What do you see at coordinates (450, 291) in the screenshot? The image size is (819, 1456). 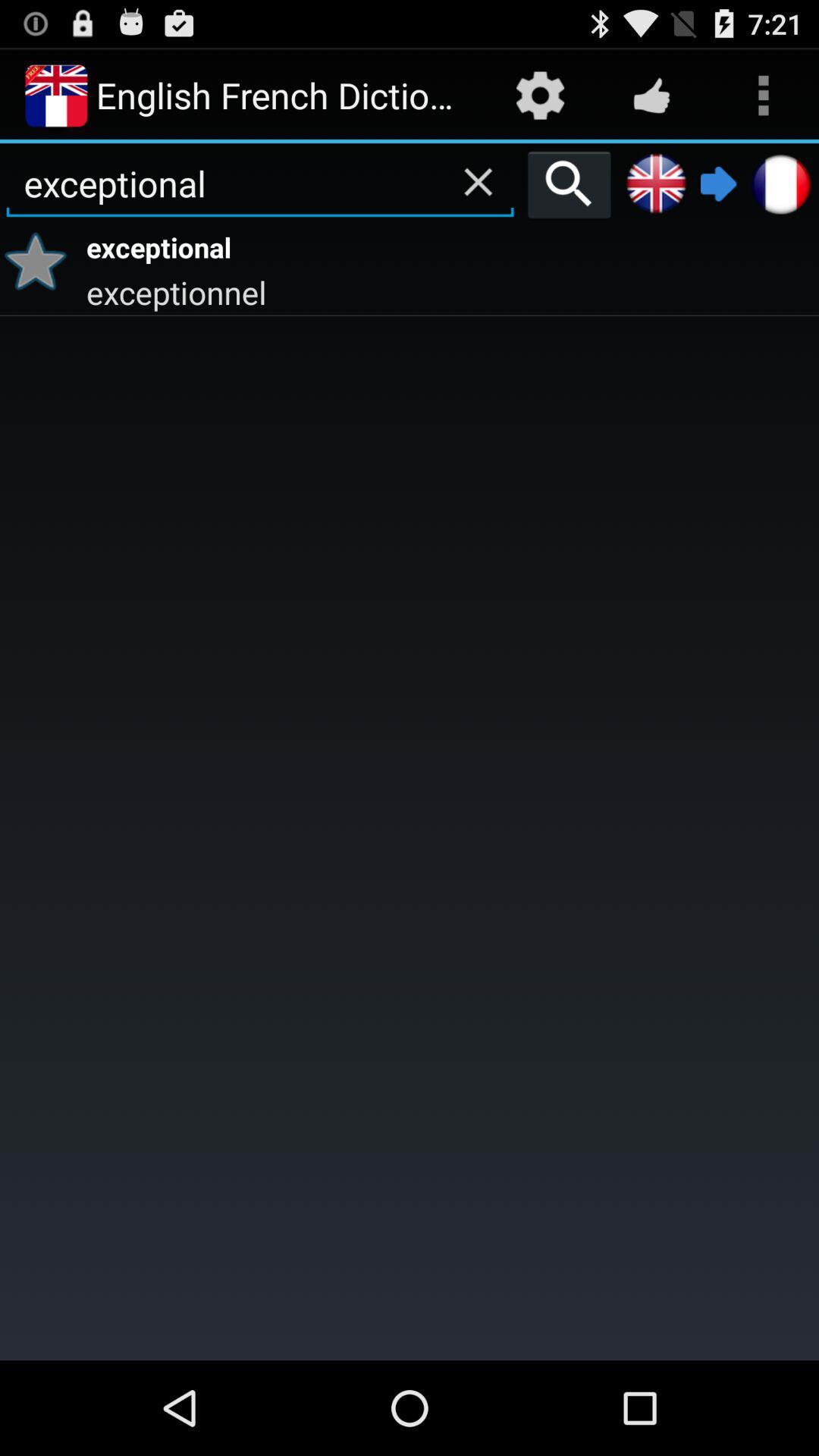 I see `the item below exceptional app` at bounding box center [450, 291].